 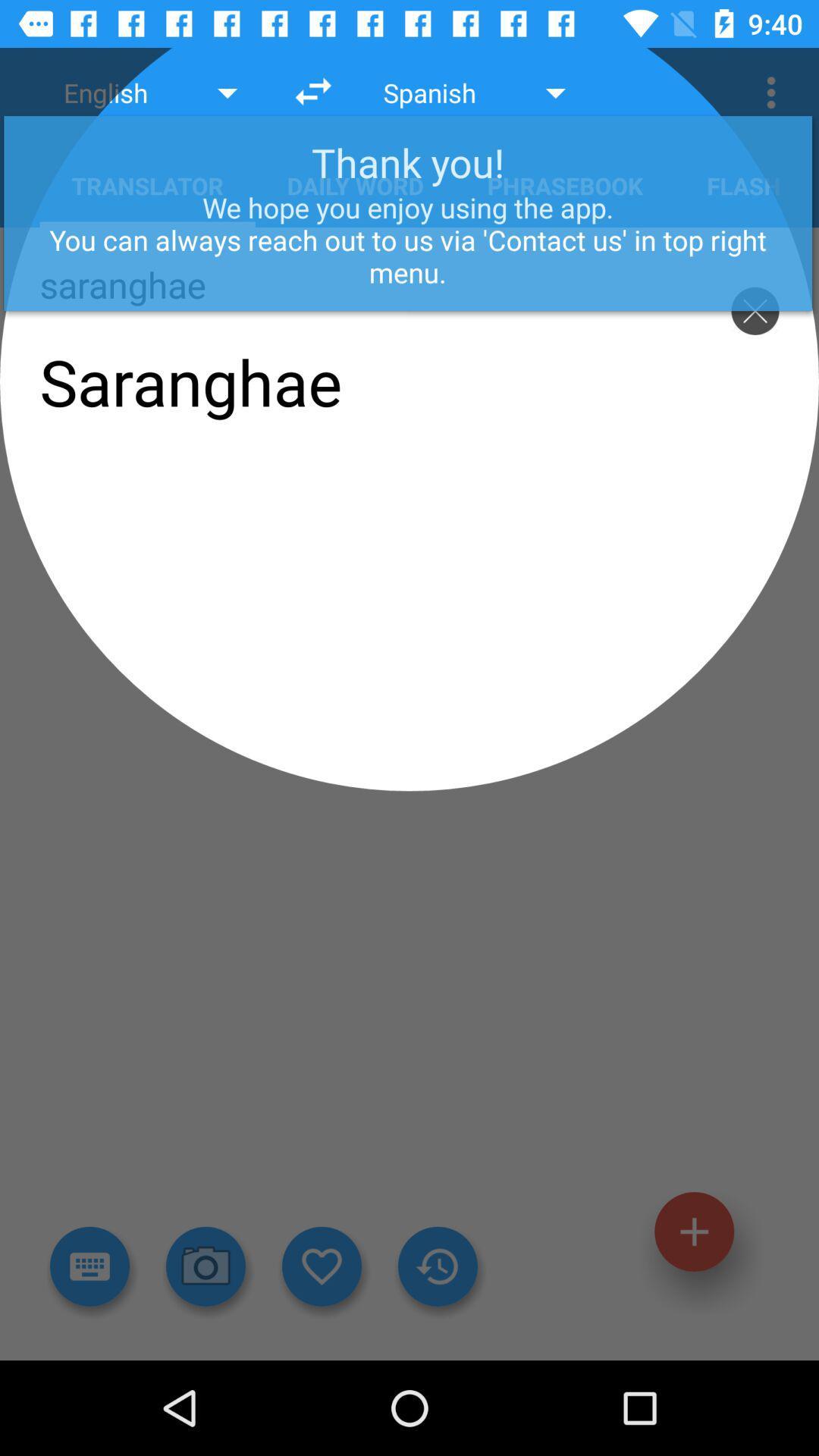 I want to click on the add icon, so click(x=694, y=1232).